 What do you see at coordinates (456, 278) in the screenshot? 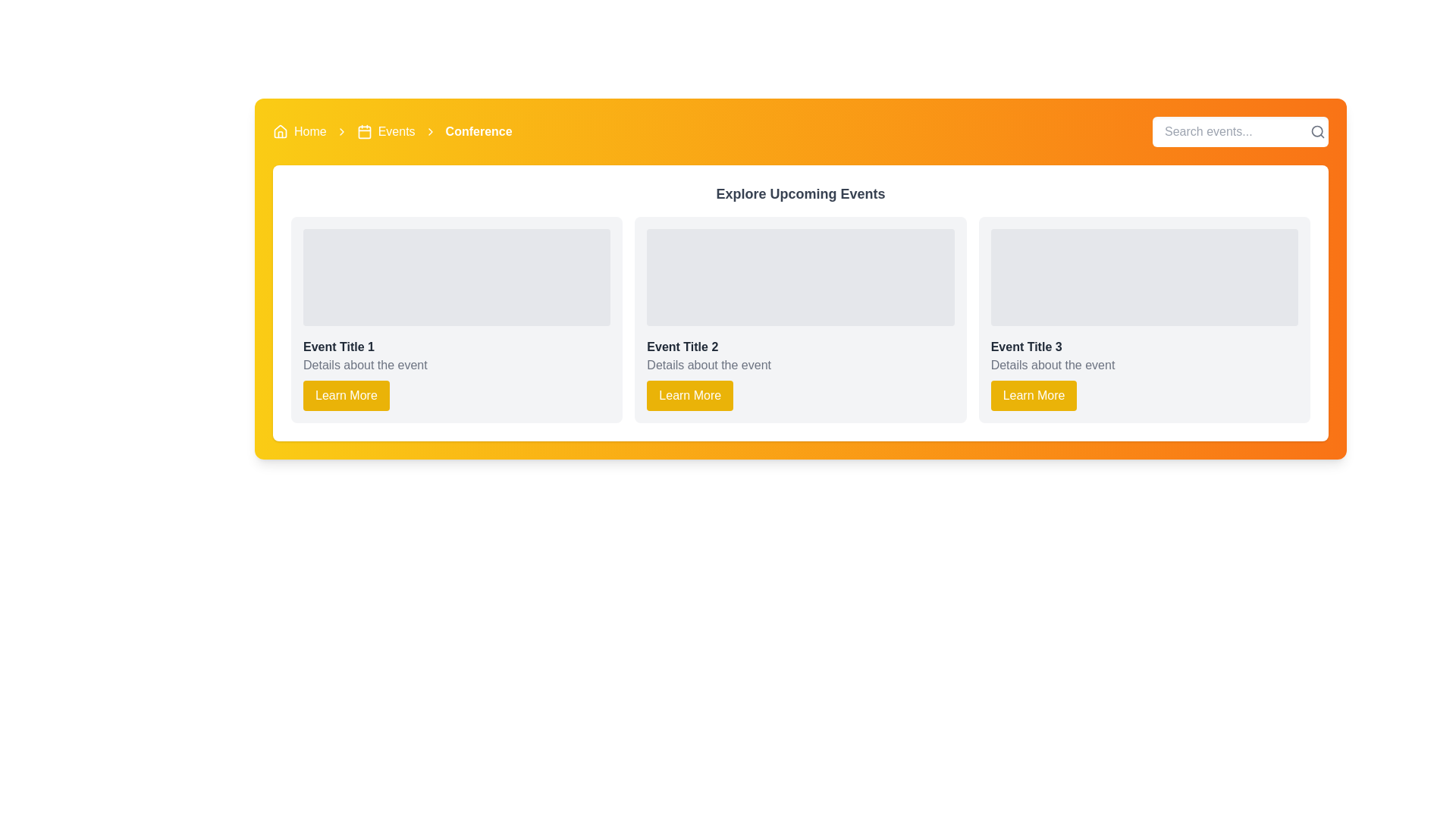
I see `the light gray rectangular placeholder with rounded corners located above 'Event Title 1' and the 'Learn More' button in the leftmost event card` at bounding box center [456, 278].